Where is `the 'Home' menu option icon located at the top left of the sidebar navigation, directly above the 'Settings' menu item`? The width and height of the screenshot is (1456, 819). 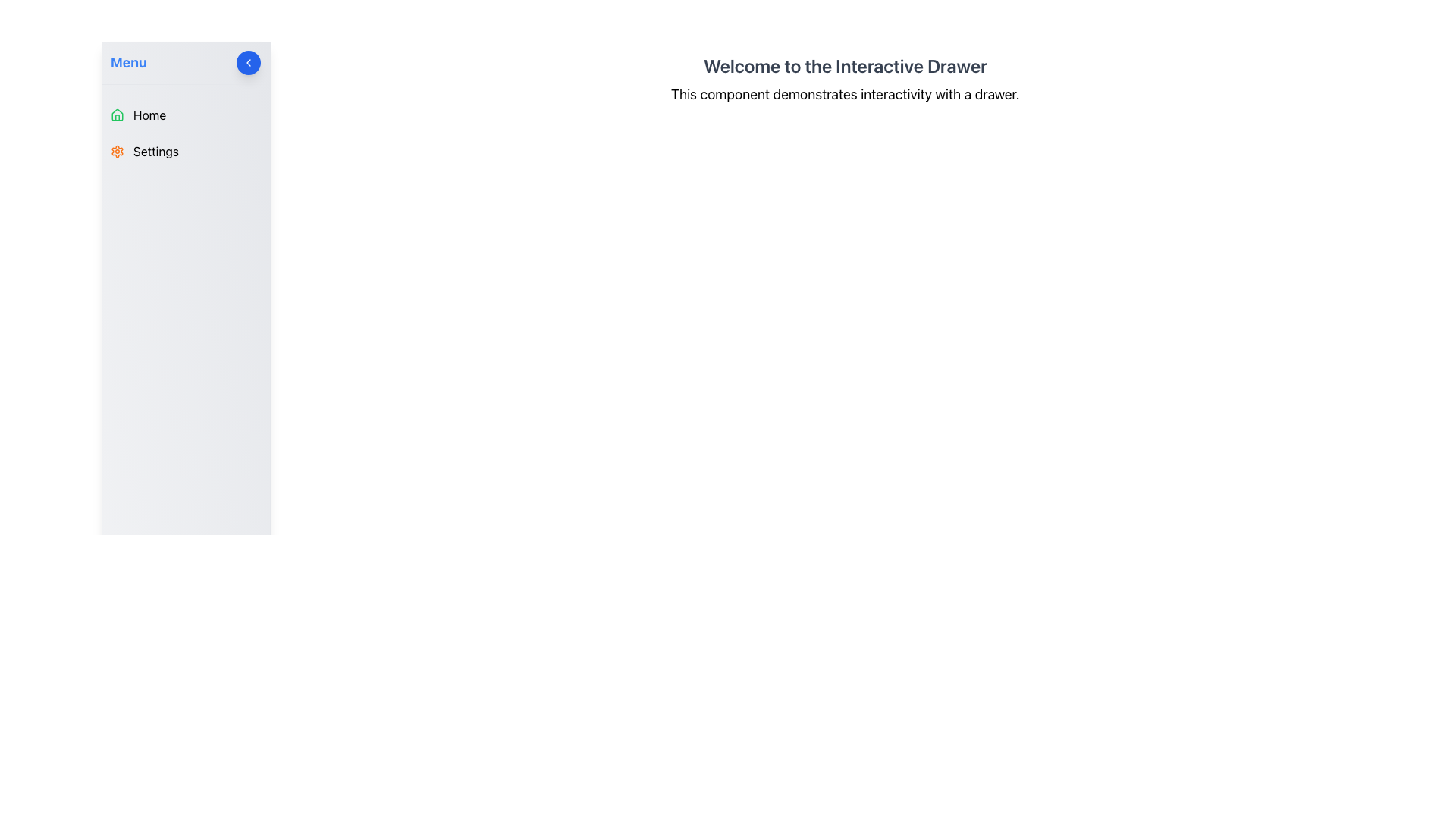
the 'Home' menu option icon located at the top left of the sidebar navigation, directly above the 'Settings' menu item is located at coordinates (116, 114).